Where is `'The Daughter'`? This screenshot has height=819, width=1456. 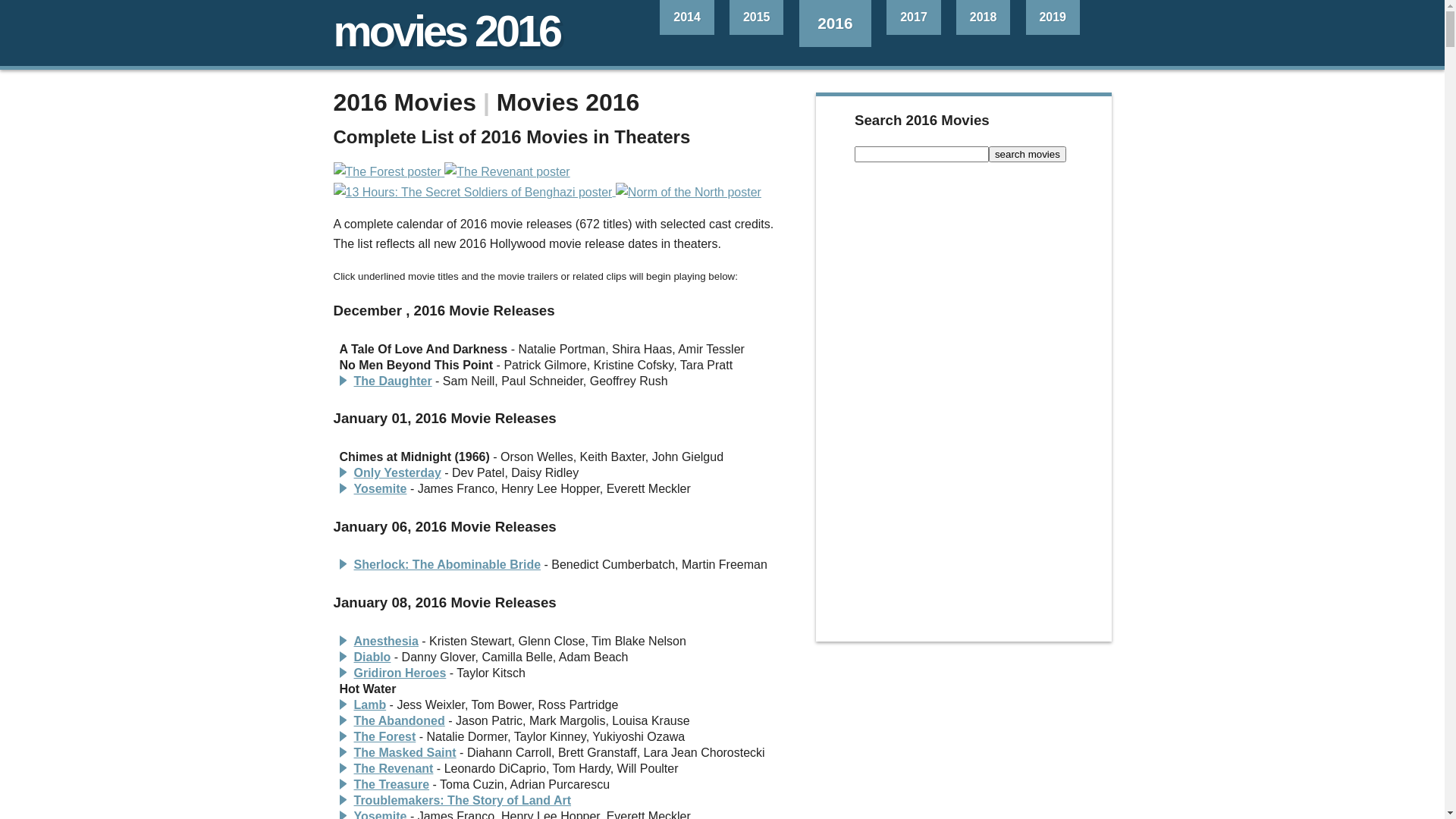 'The Daughter' is located at coordinates (392, 380).